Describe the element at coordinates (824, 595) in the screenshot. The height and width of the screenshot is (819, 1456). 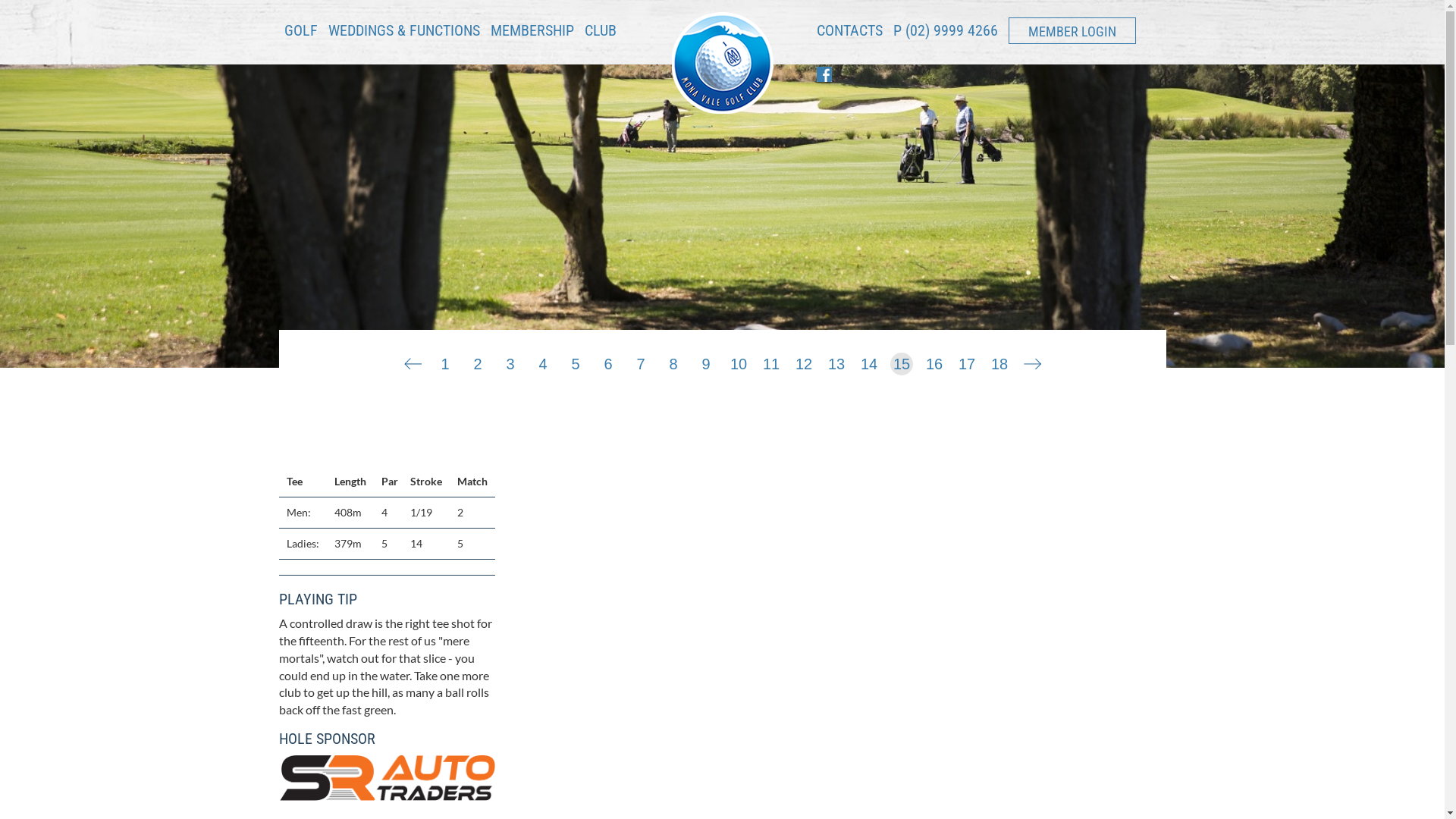
I see `'MVGC 15th Hole'` at that location.